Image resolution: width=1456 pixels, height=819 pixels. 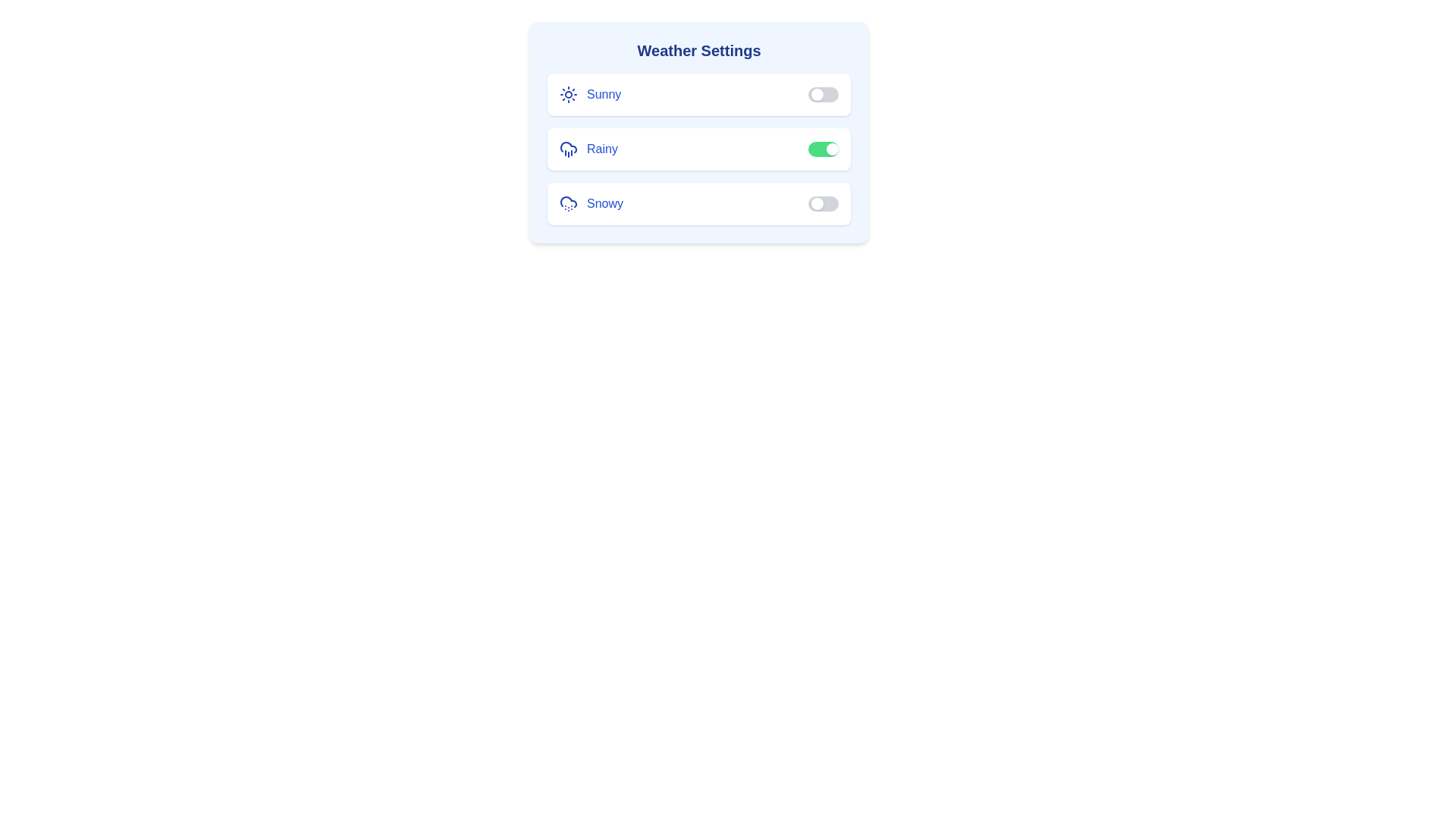 I want to click on the rainy weather icon in the 'Weather Settings' list, which is located in the second row next to the text 'Rainy', so click(x=567, y=149).